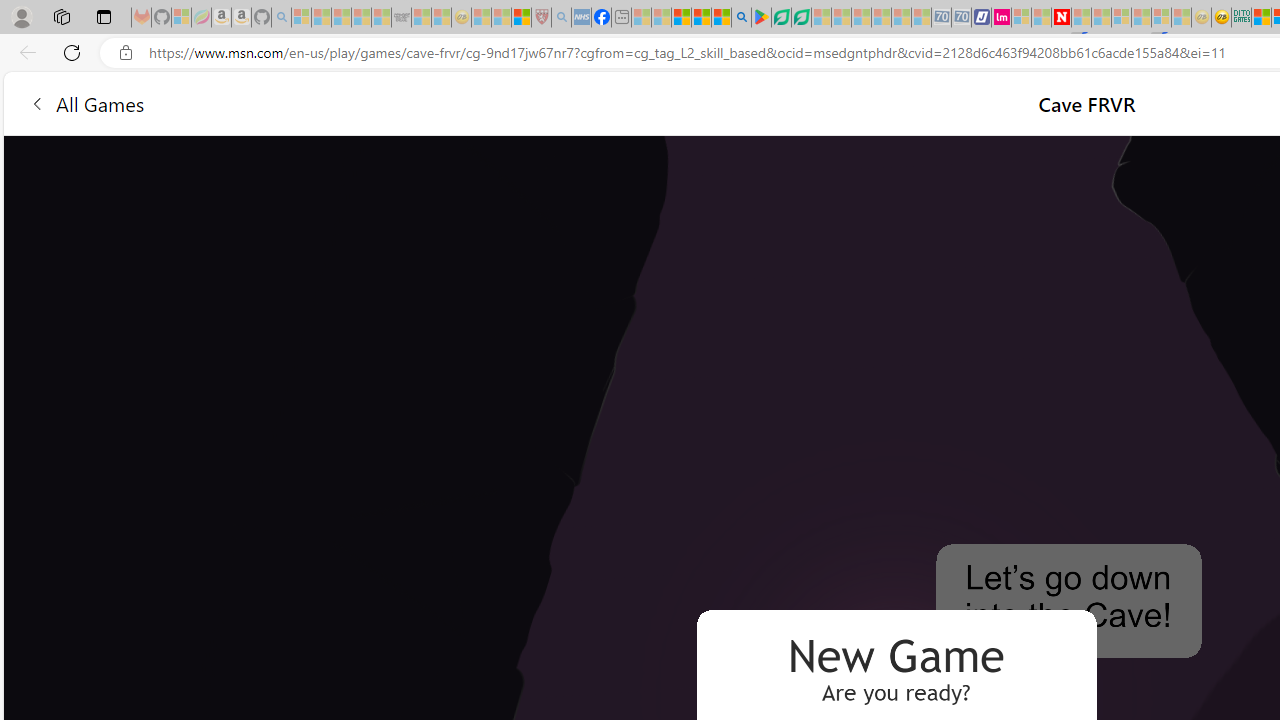  I want to click on 'Pets - MSN', so click(701, 17).